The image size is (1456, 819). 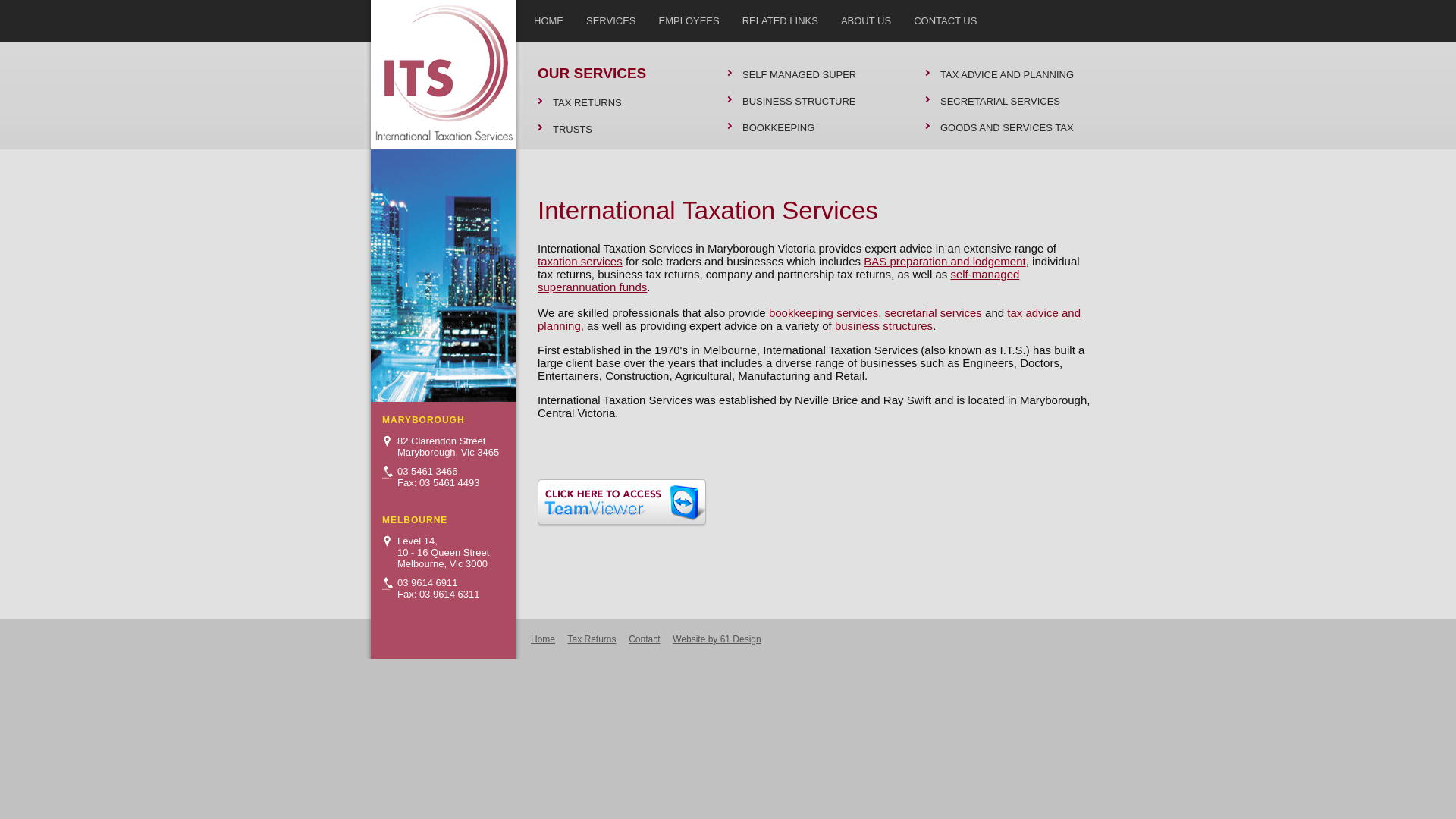 I want to click on 'taxation services', so click(x=579, y=260).